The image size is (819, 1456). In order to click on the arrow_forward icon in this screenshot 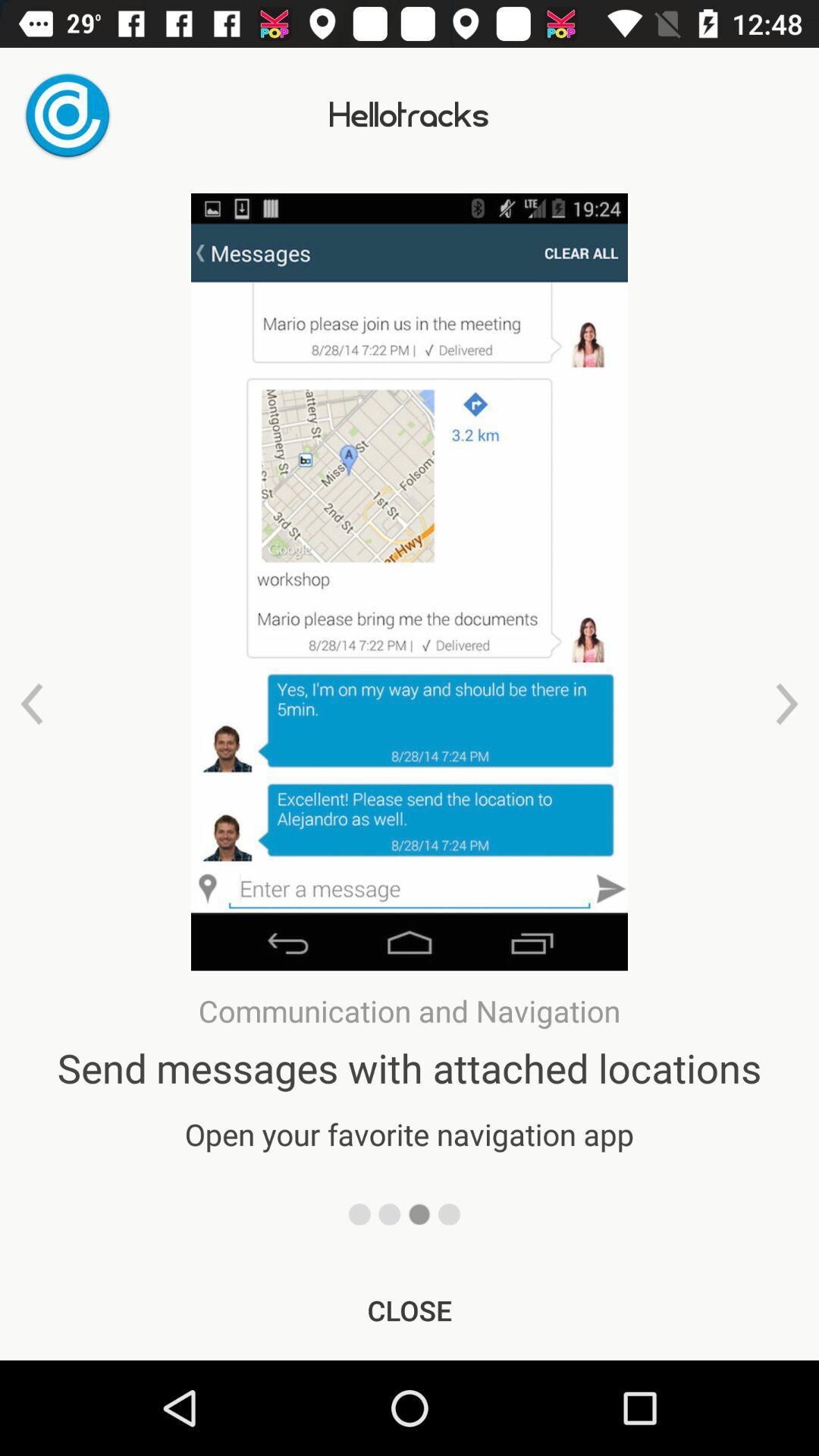, I will do `click(786, 703)`.